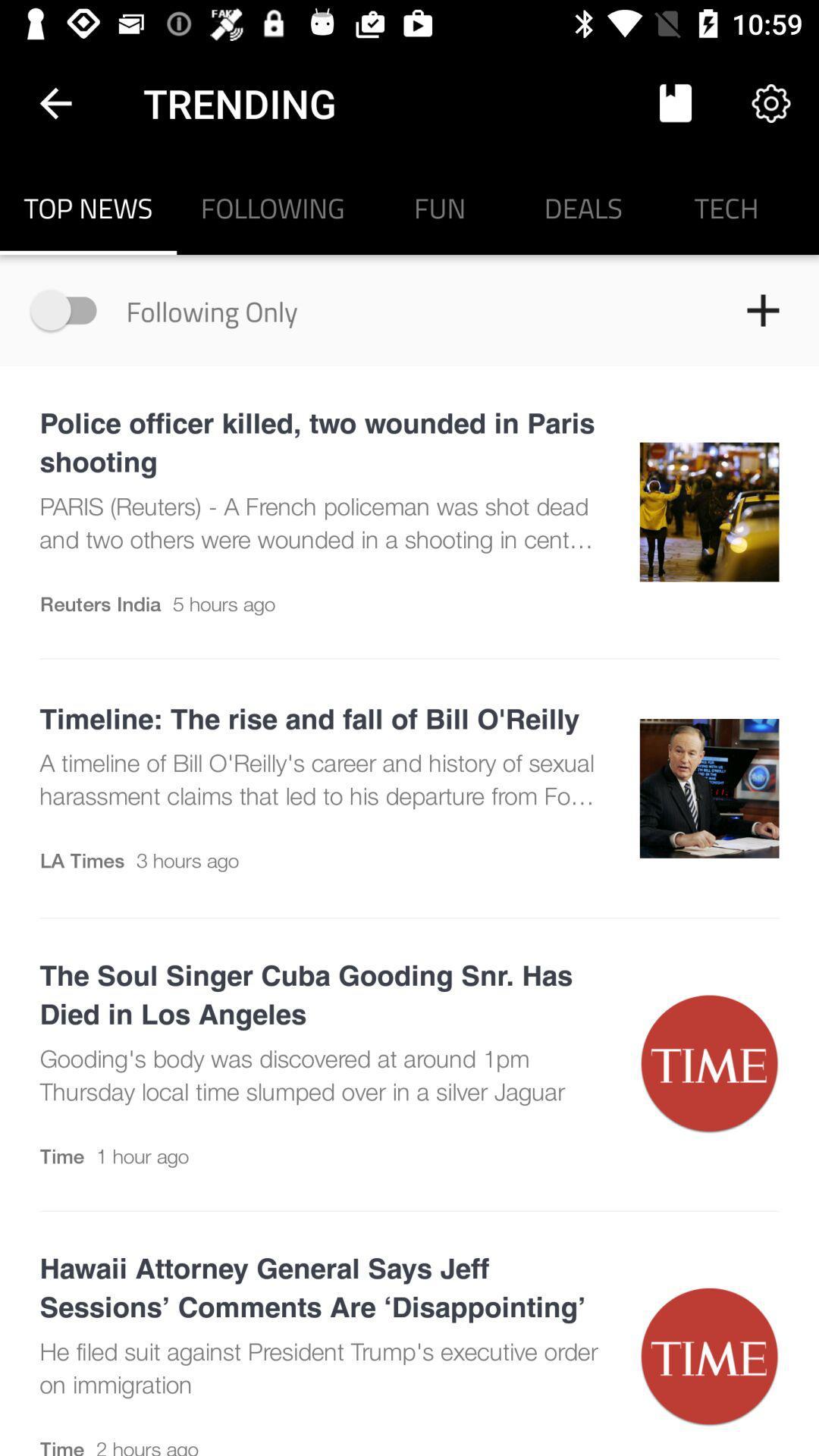  Describe the element at coordinates (71, 309) in the screenshot. I see `the item to the left of the following only item` at that location.